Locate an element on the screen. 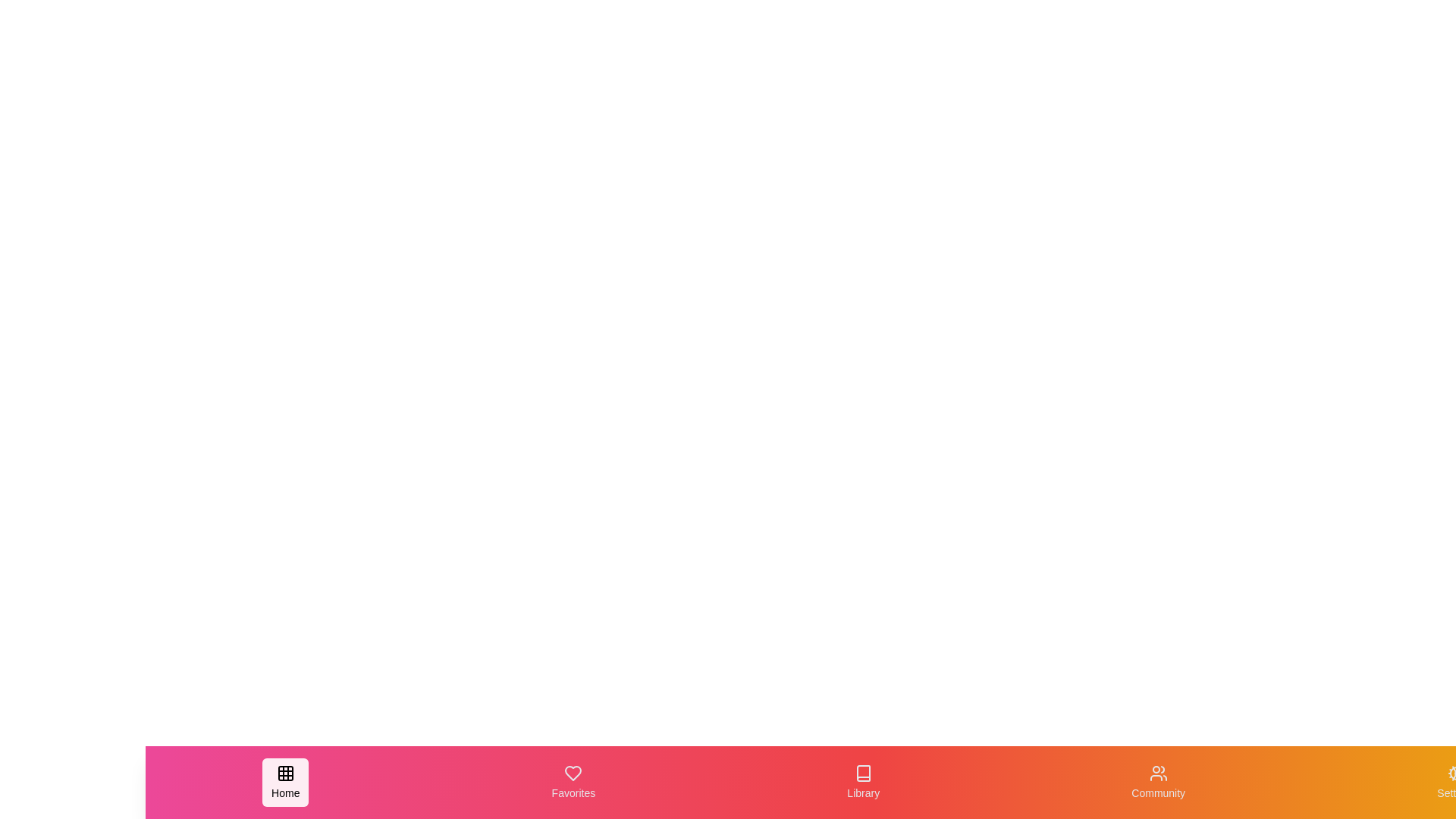 The image size is (1456, 819). the navigation item Community is located at coordinates (1157, 783).